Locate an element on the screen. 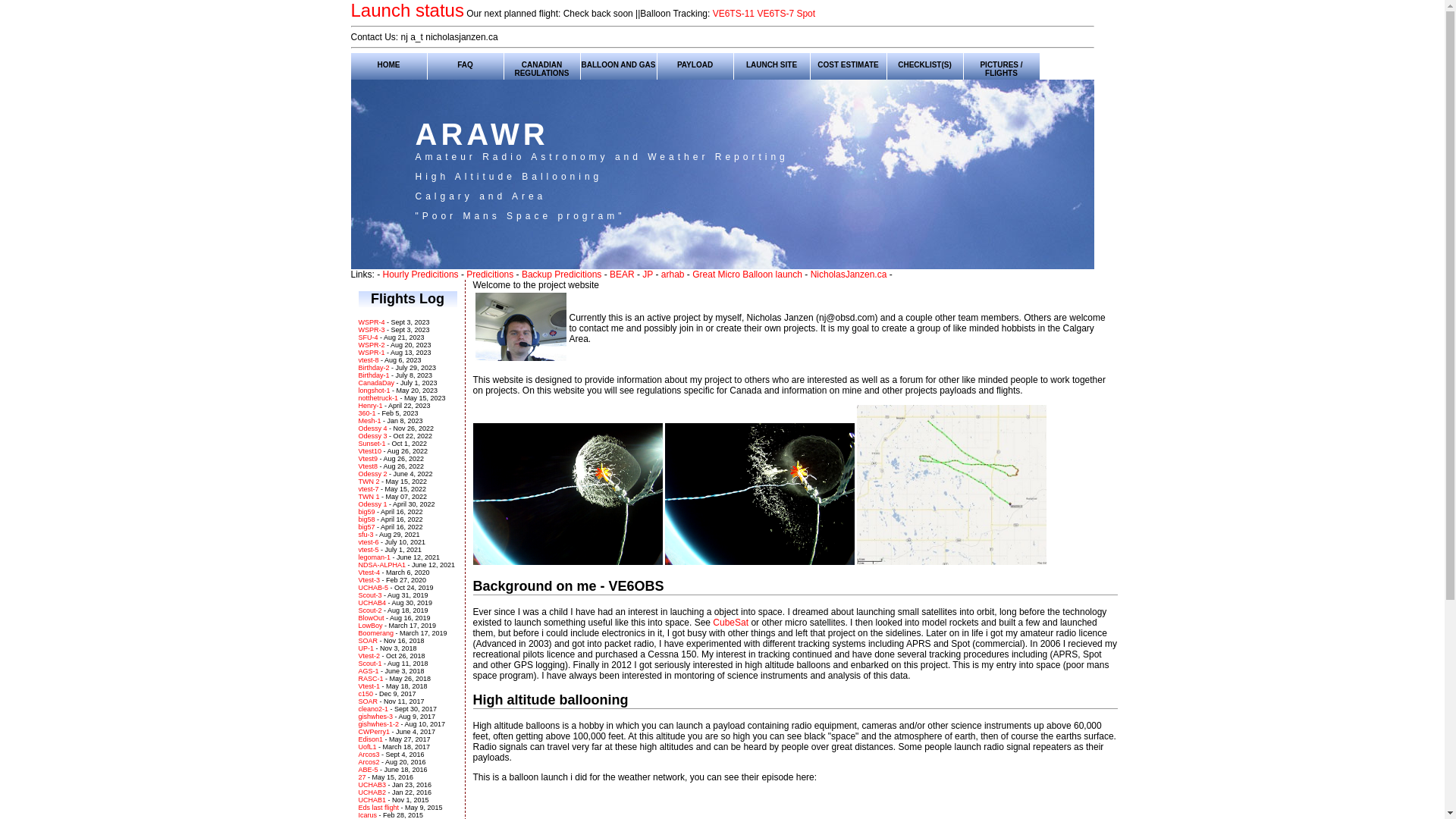 The width and height of the screenshot is (1456, 819). 'Odessy 1' is located at coordinates (372, 504).